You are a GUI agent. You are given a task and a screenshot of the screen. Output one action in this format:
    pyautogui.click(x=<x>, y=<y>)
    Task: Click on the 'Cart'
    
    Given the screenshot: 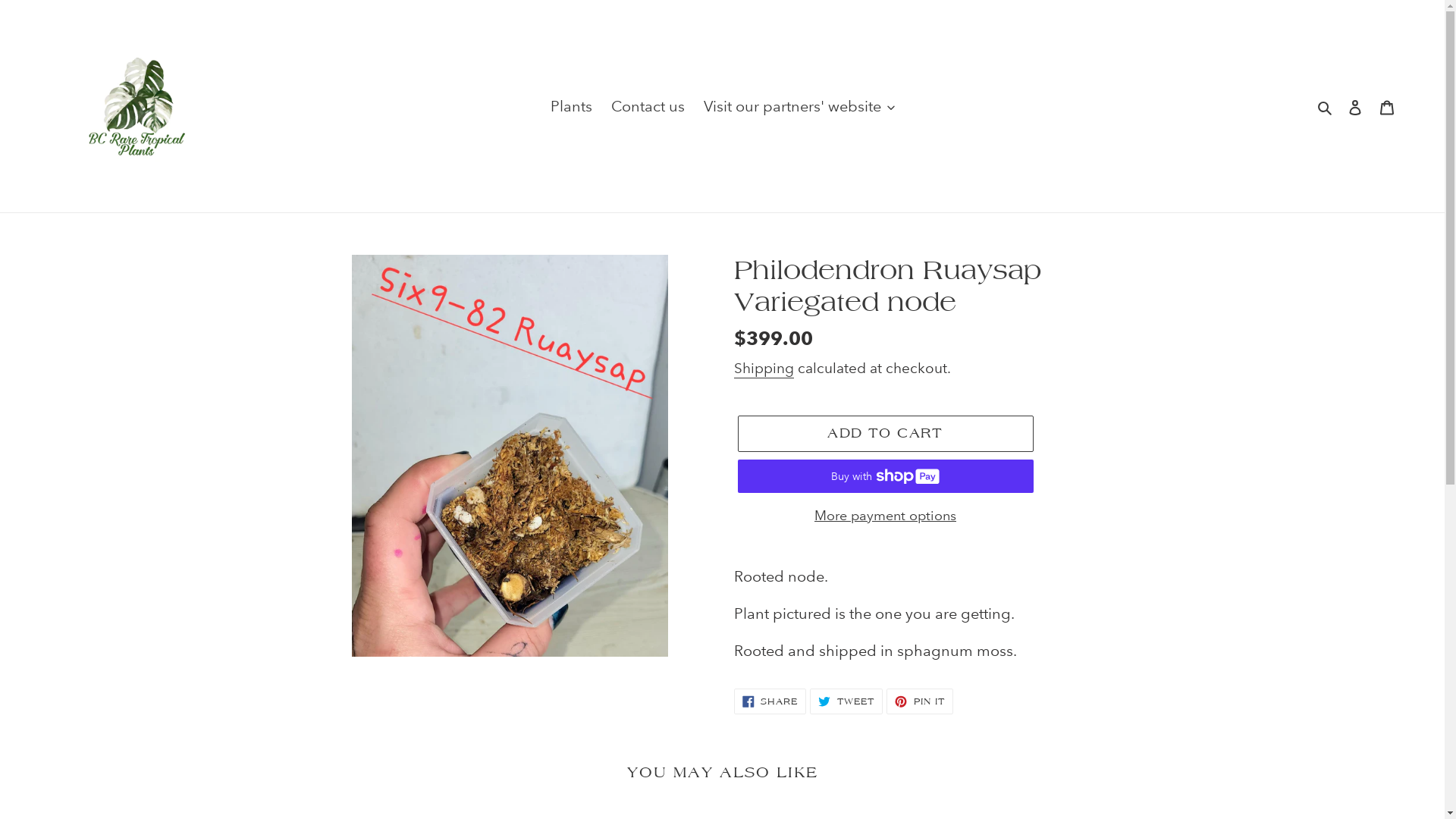 What is the action you would take?
    pyautogui.click(x=1386, y=105)
    